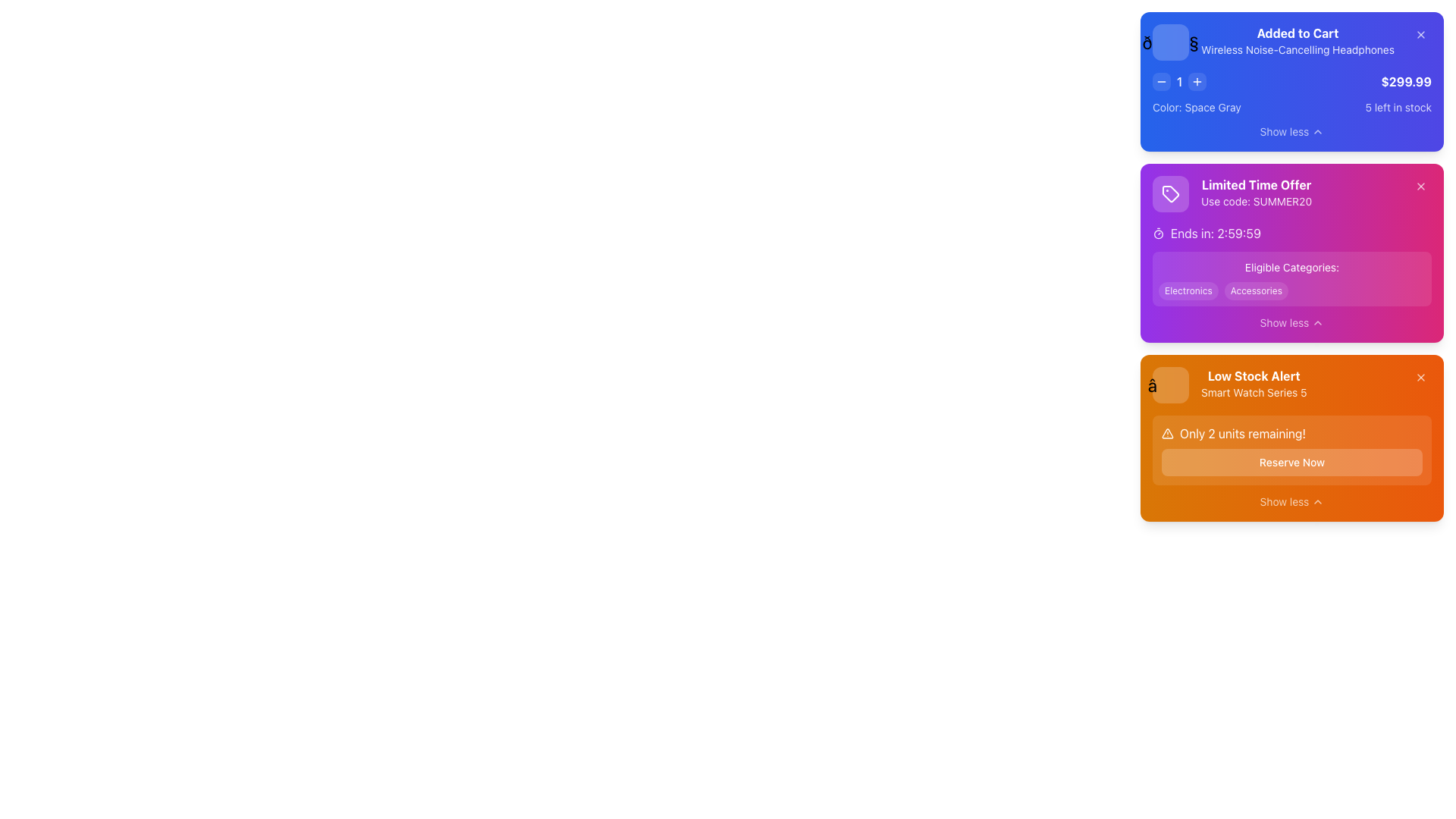  What do you see at coordinates (1232, 193) in the screenshot?
I see `promotional information displayed in the text label with a price tag icon, which includes 'Limited Time Offer' and 'Use code: SUMMER20'` at bounding box center [1232, 193].